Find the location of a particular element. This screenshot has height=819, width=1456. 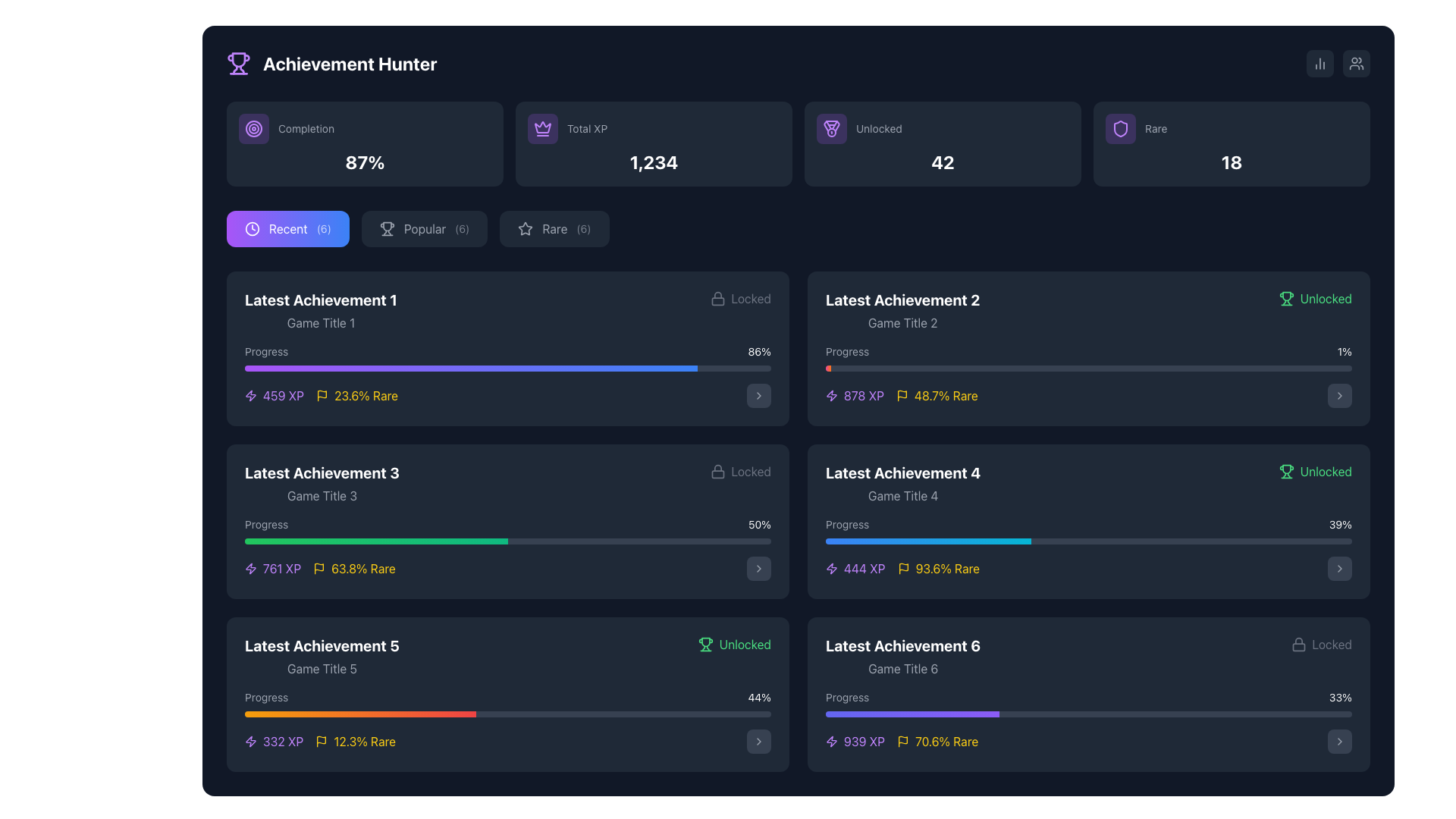

the SVG Icon that visually highlights the 'Rare' status of the achievement located to the left of the text '48.7% Rare' in the 'Latest Achievement 2' panel is located at coordinates (902, 394).